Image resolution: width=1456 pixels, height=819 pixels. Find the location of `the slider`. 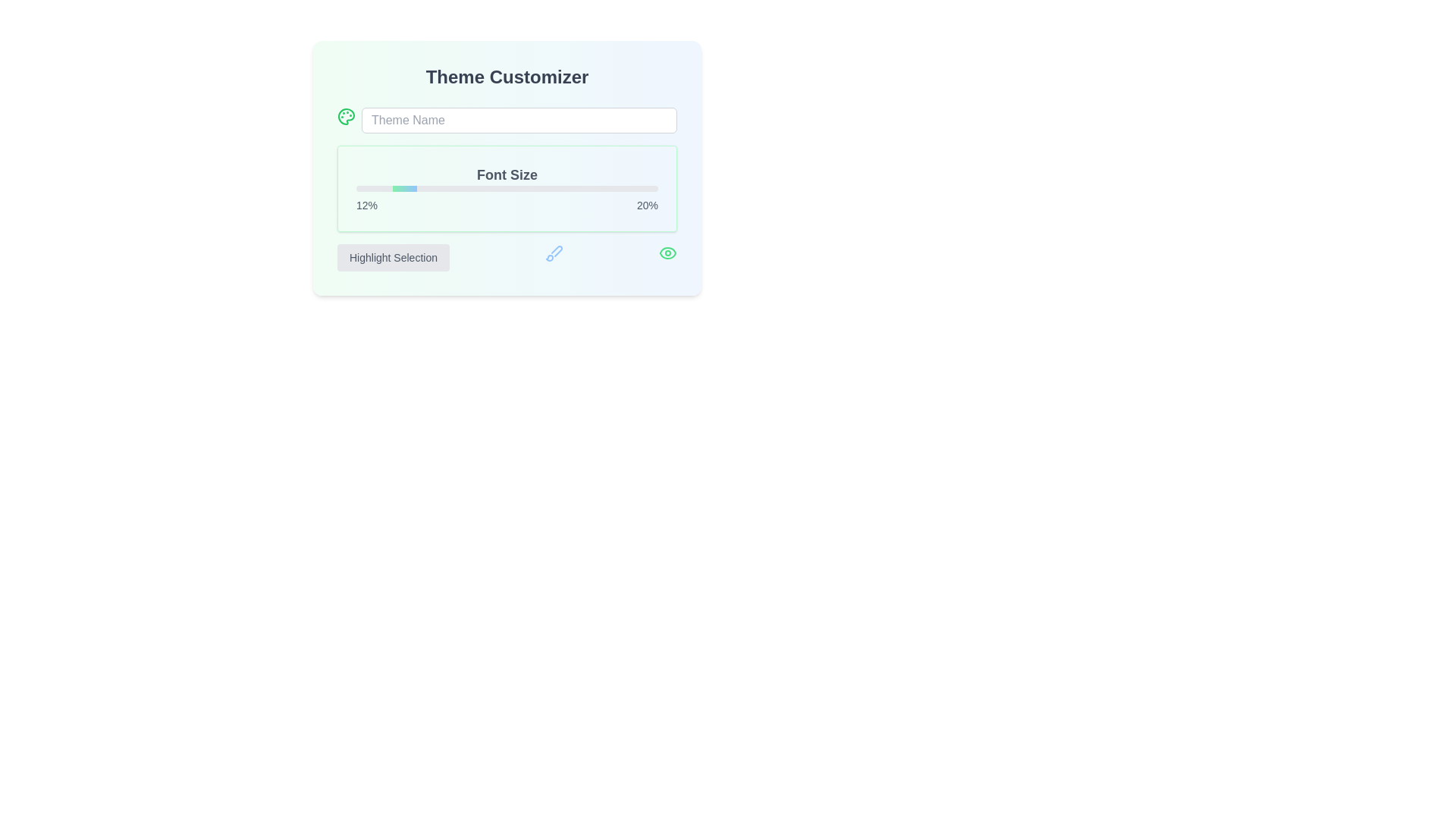

the slider is located at coordinates (540, 188).